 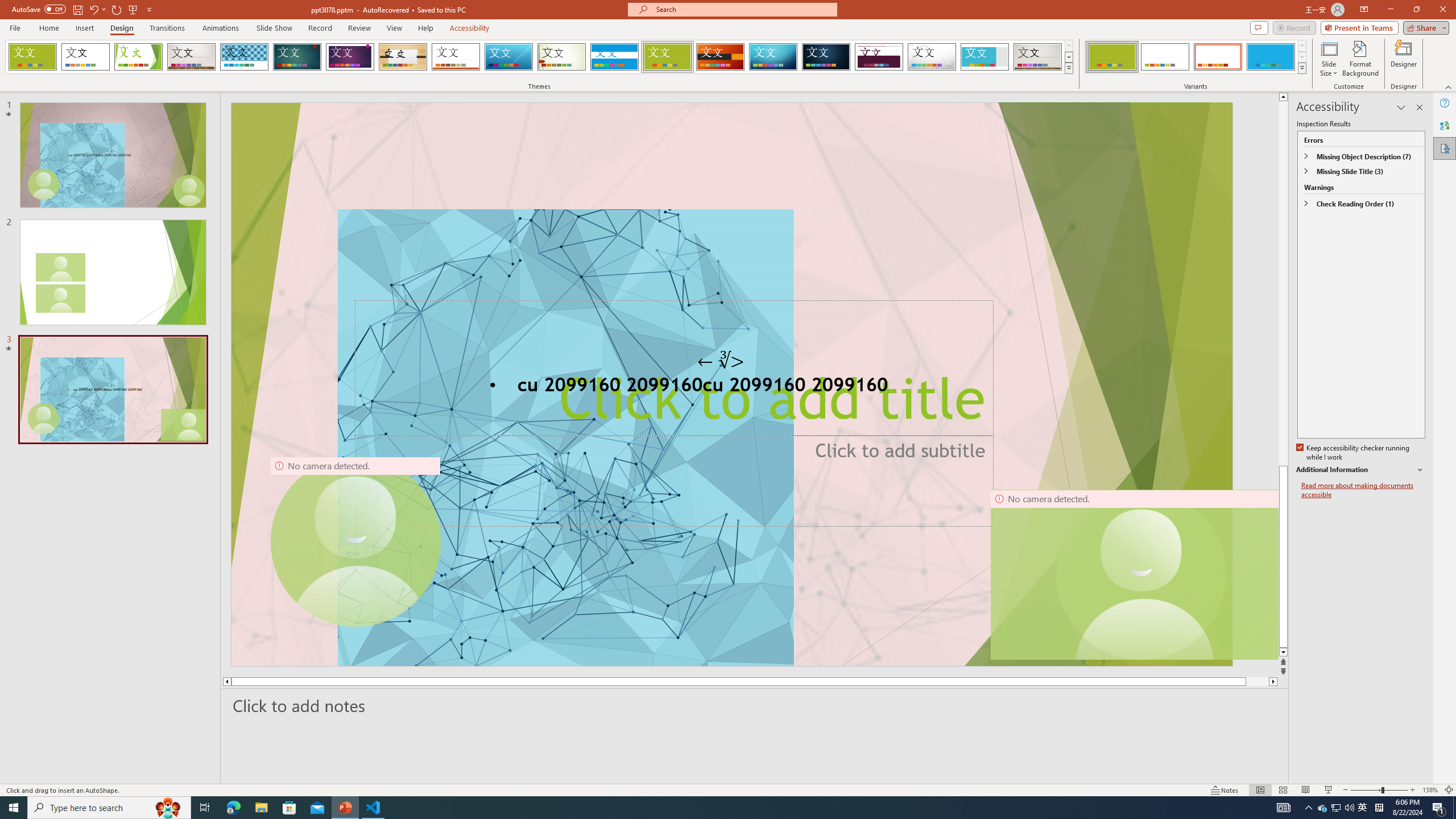 What do you see at coordinates (1329, 59) in the screenshot?
I see `'Slide Size'` at bounding box center [1329, 59].